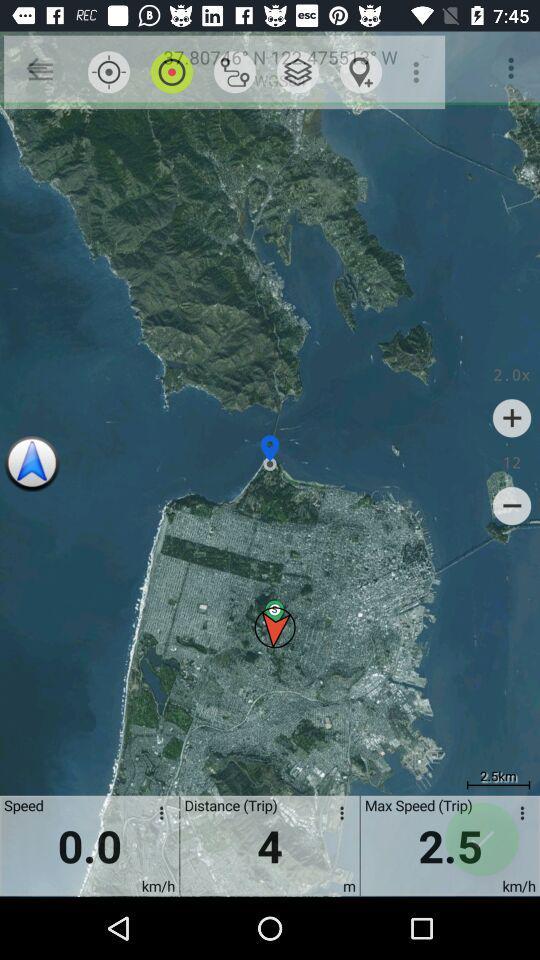 The image size is (540, 960). Describe the element at coordinates (337, 816) in the screenshot. I see `the more icon` at that location.